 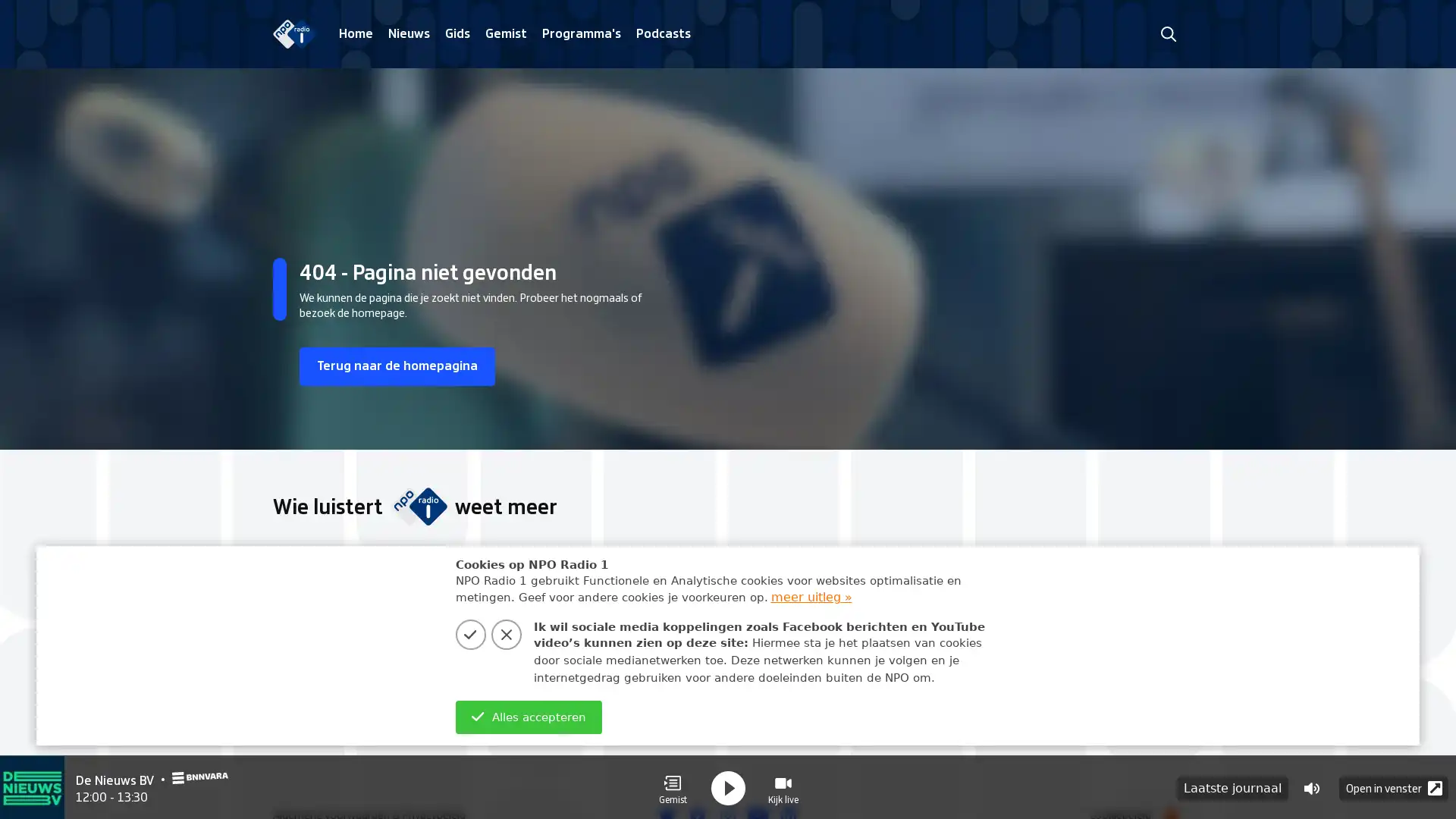 What do you see at coordinates (1160, 651) in the screenshot?
I see `AnchorChevron` at bounding box center [1160, 651].